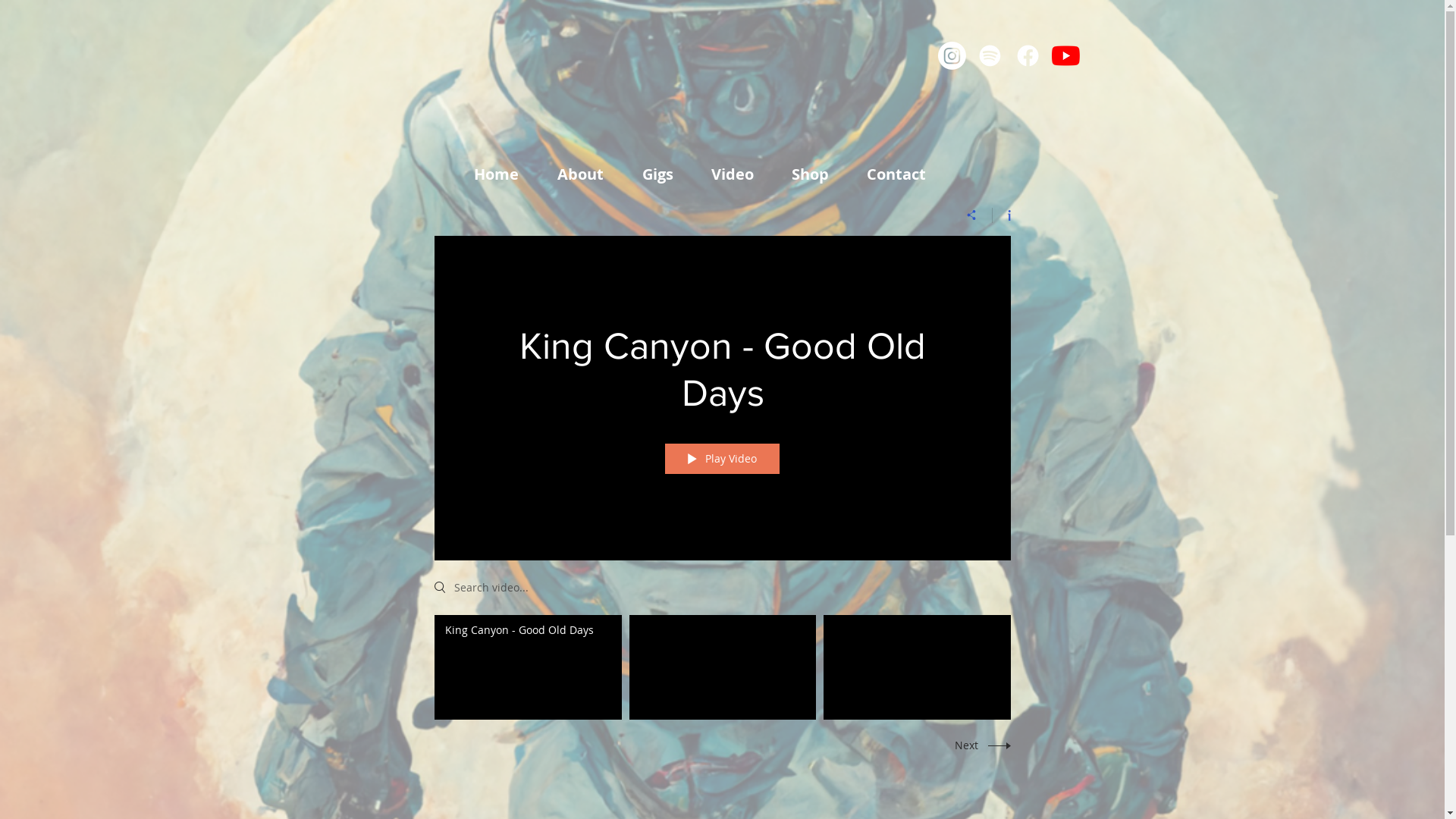 The width and height of the screenshot is (1456, 819). Describe the element at coordinates (546, 174) in the screenshot. I see `'About'` at that location.